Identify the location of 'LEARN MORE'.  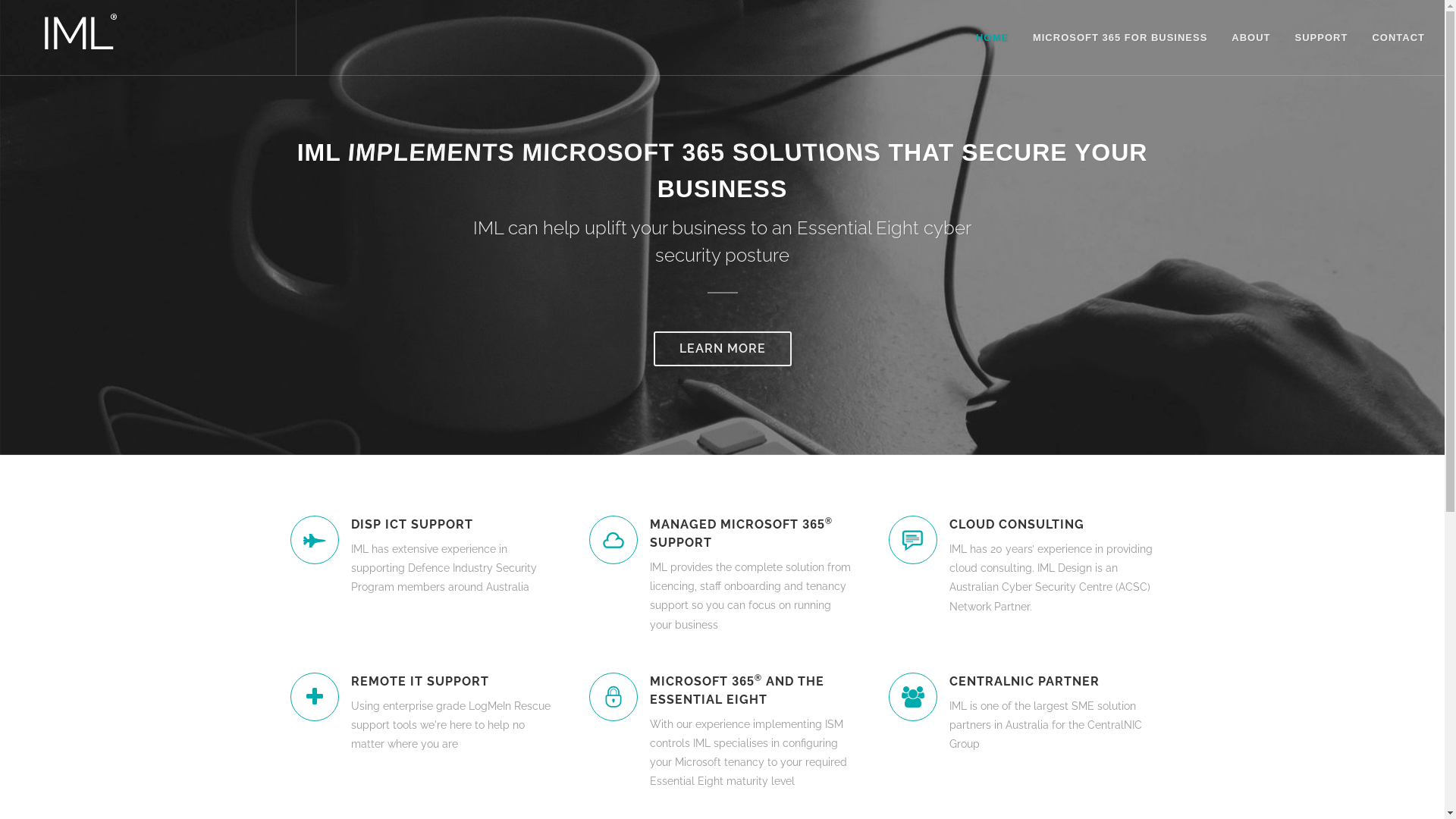
(722, 348).